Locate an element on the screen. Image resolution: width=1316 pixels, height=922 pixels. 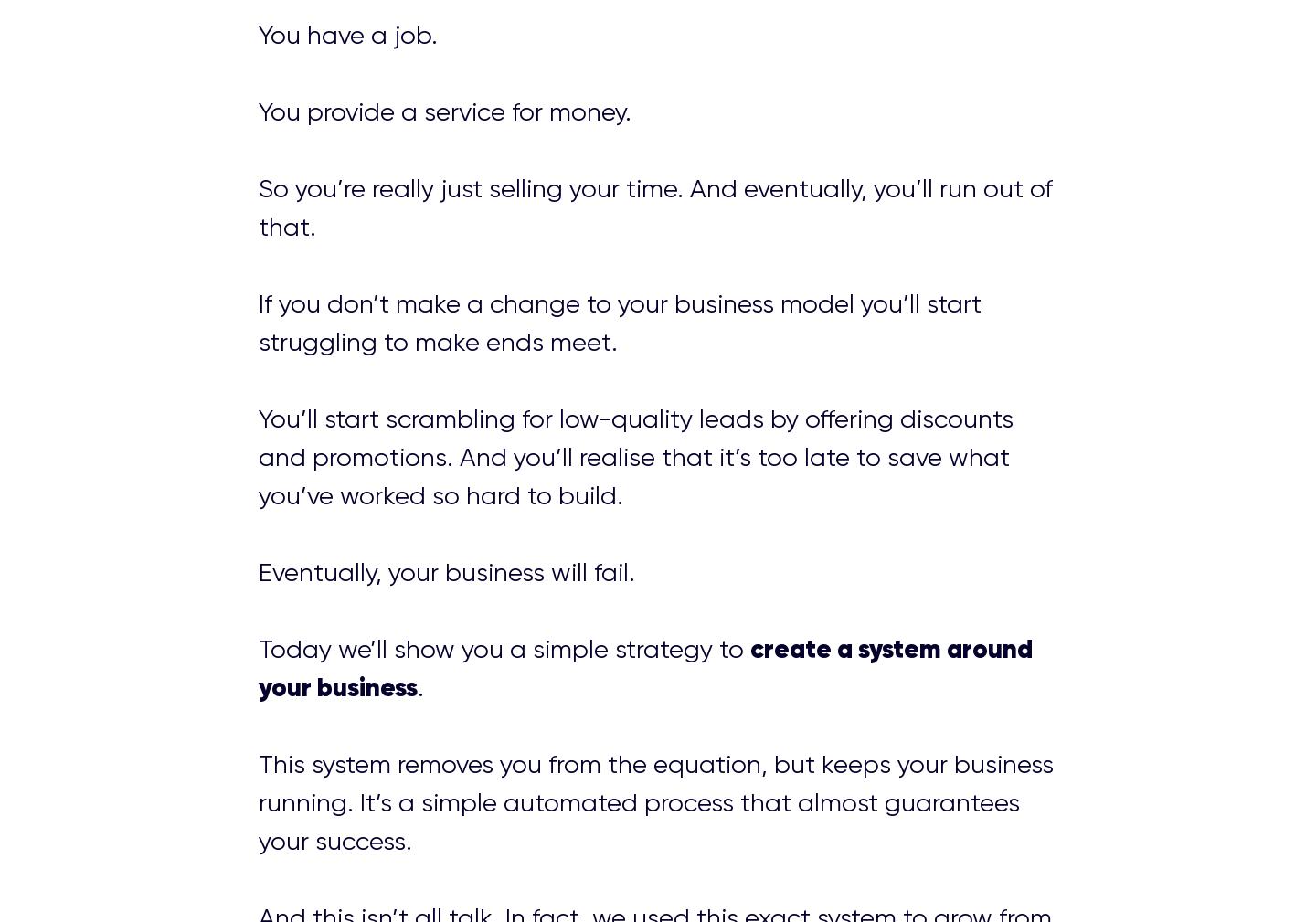
'If you don’t make a change to your business model you’ll start struggling to make ends meet.' is located at coordinates (256, 322).